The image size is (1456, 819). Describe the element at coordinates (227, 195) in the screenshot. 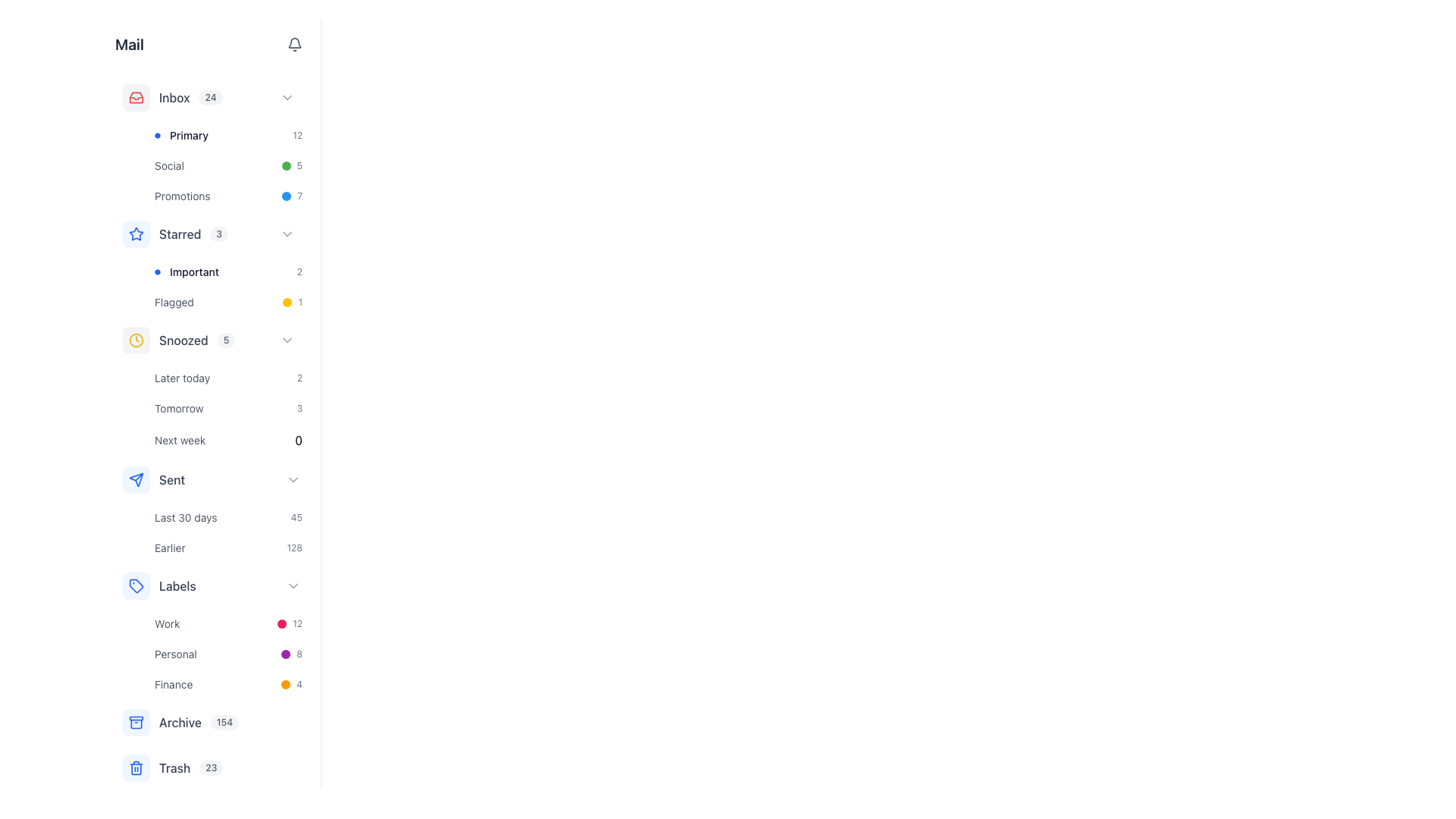

I see `the 'Promotions' button, the last item in the vertical group under the 'Inbox' section` at that location.